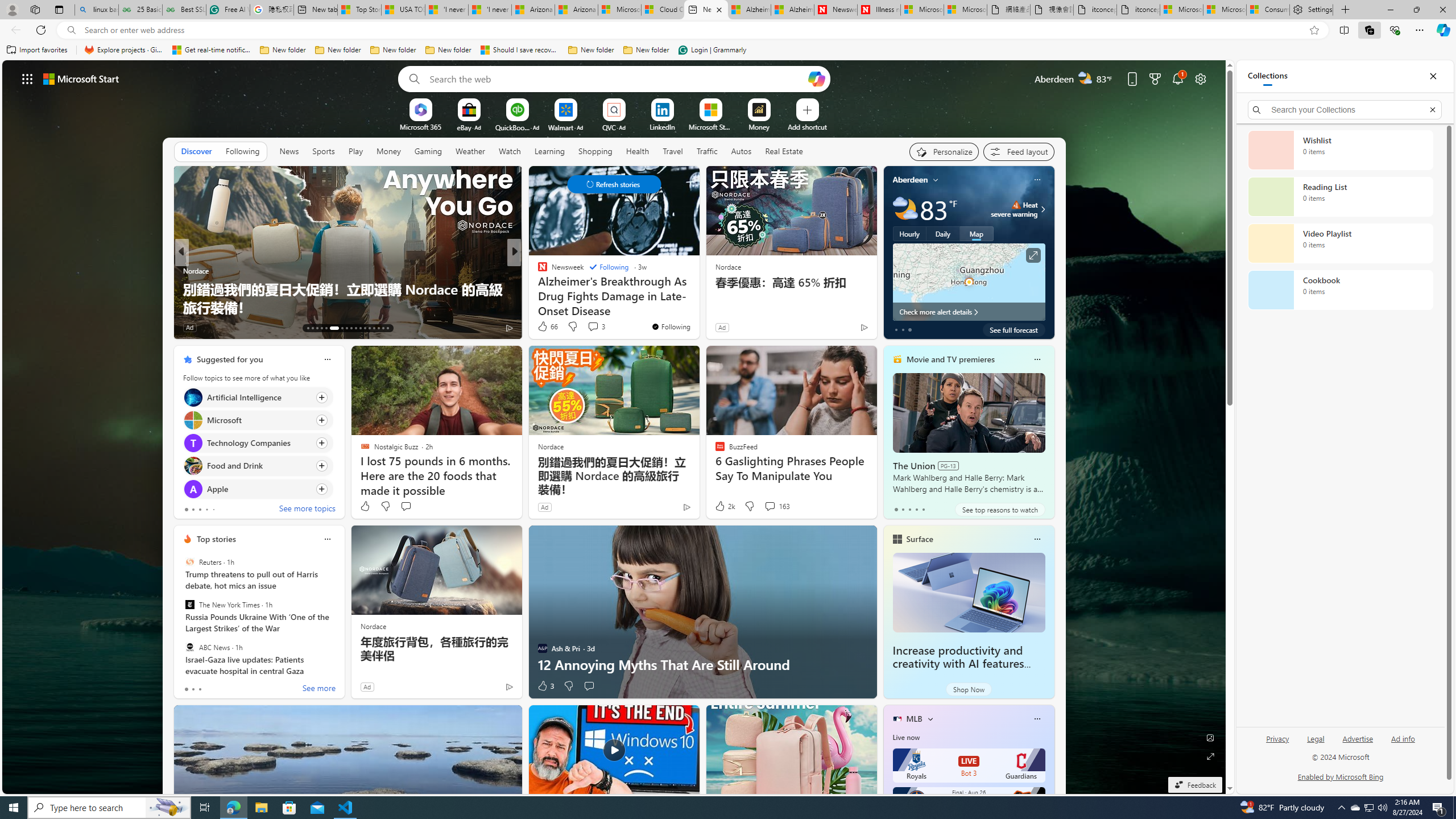 The width and height of the screenshot is (1456, 819). I want to click on 'View comments 163 Comment', so click(776, 505).